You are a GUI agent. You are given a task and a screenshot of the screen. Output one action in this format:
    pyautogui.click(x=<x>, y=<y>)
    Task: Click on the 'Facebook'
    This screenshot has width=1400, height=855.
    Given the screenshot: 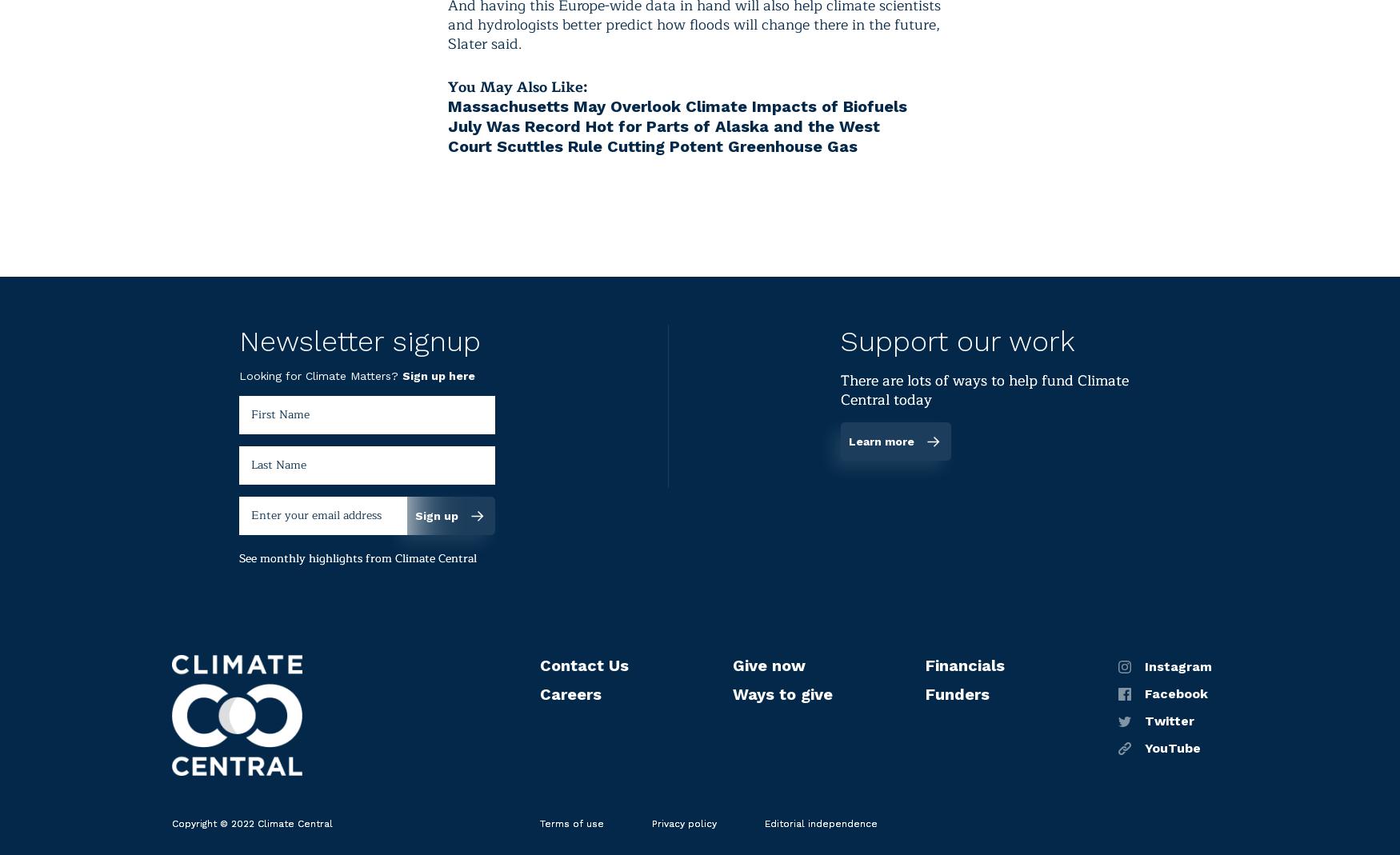 What is the action you would take?
    pyautogui.click(x=1143, y=692)
    